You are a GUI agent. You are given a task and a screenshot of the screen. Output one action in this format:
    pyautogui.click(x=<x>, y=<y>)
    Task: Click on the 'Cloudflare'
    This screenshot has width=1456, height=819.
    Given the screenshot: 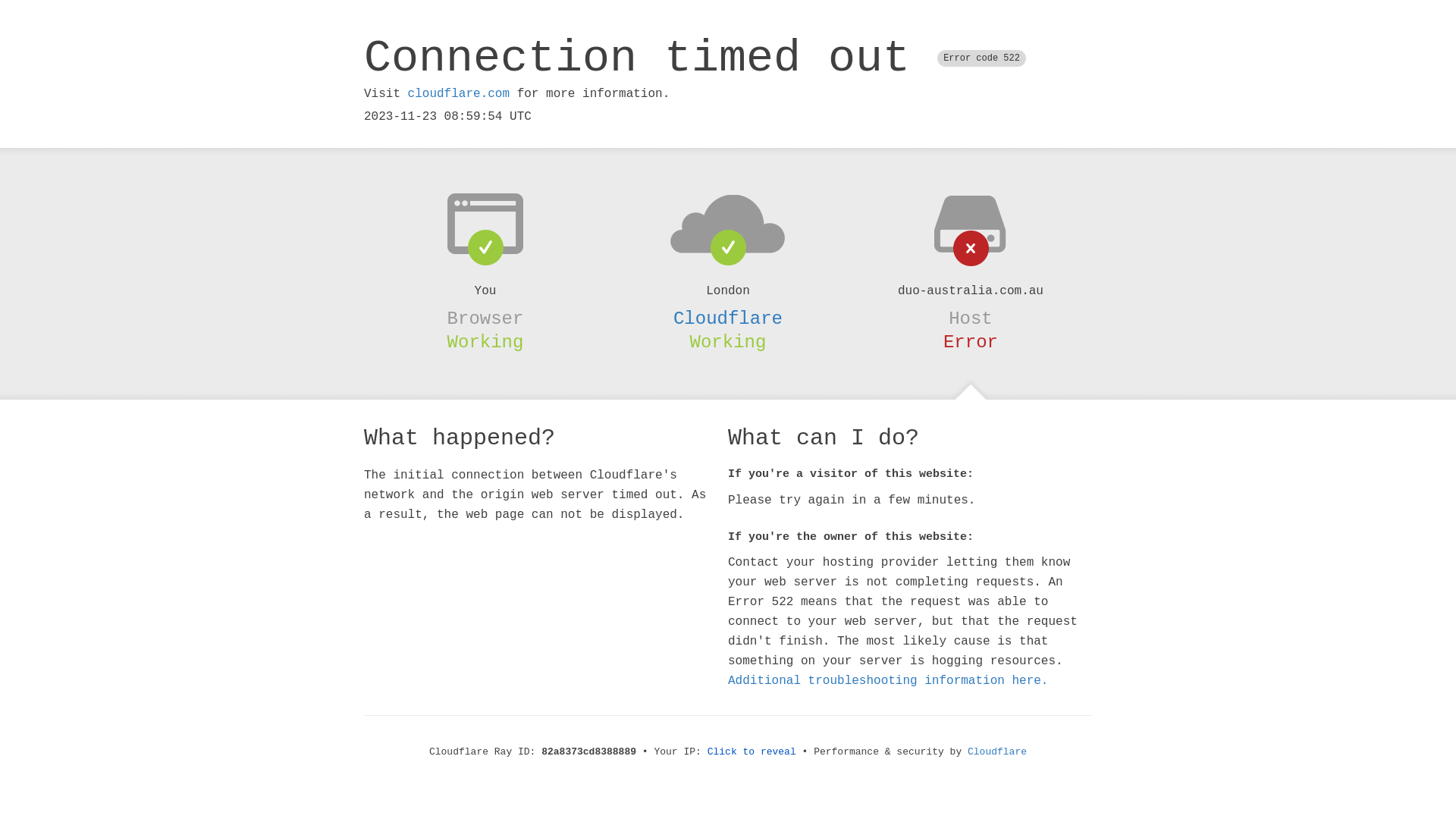 What is the action you would take?
    pyautogui.click(x=728, y=318)
    